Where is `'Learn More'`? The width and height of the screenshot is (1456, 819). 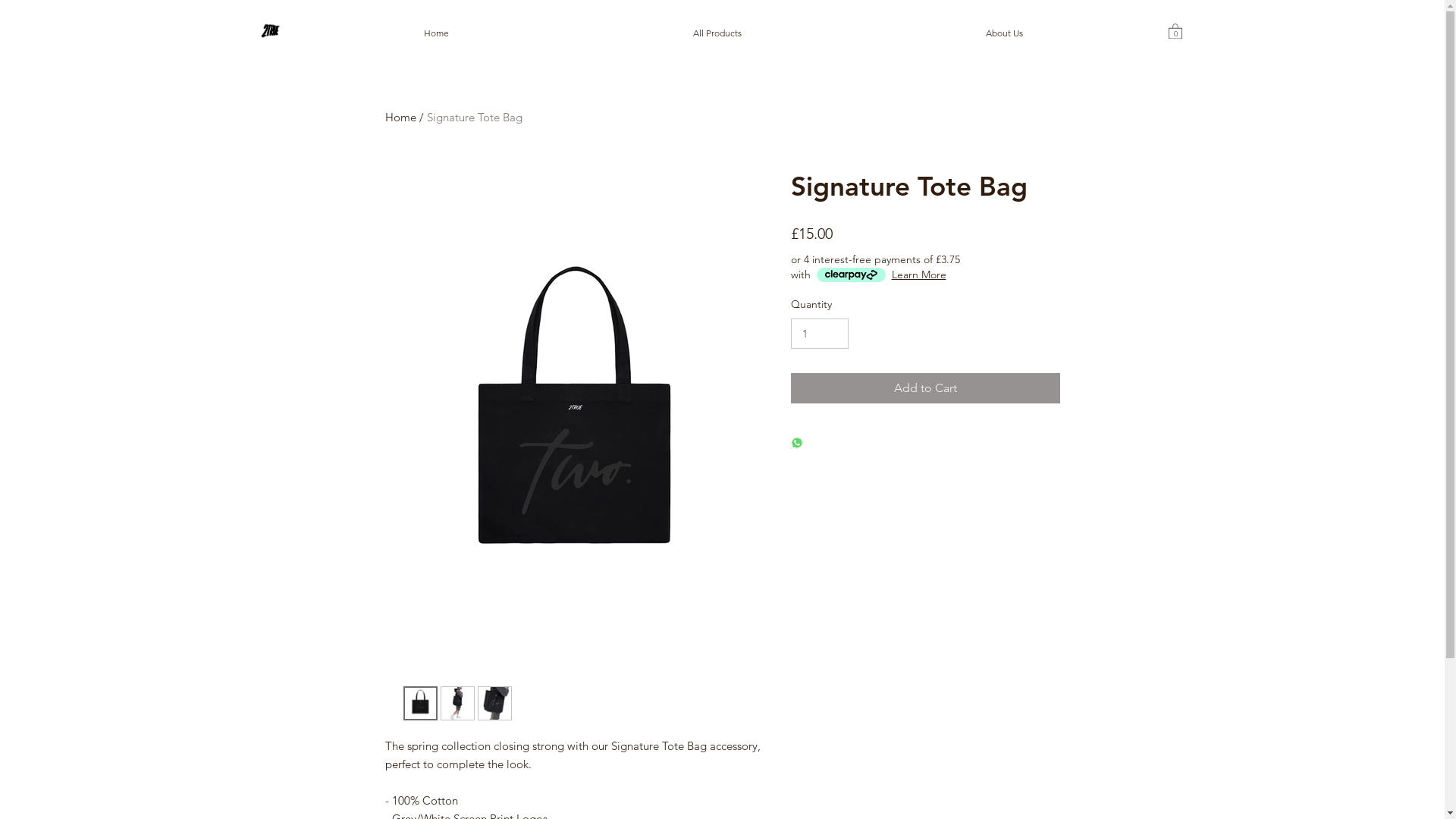 'Learn More' is located at coordinates (918, 275).